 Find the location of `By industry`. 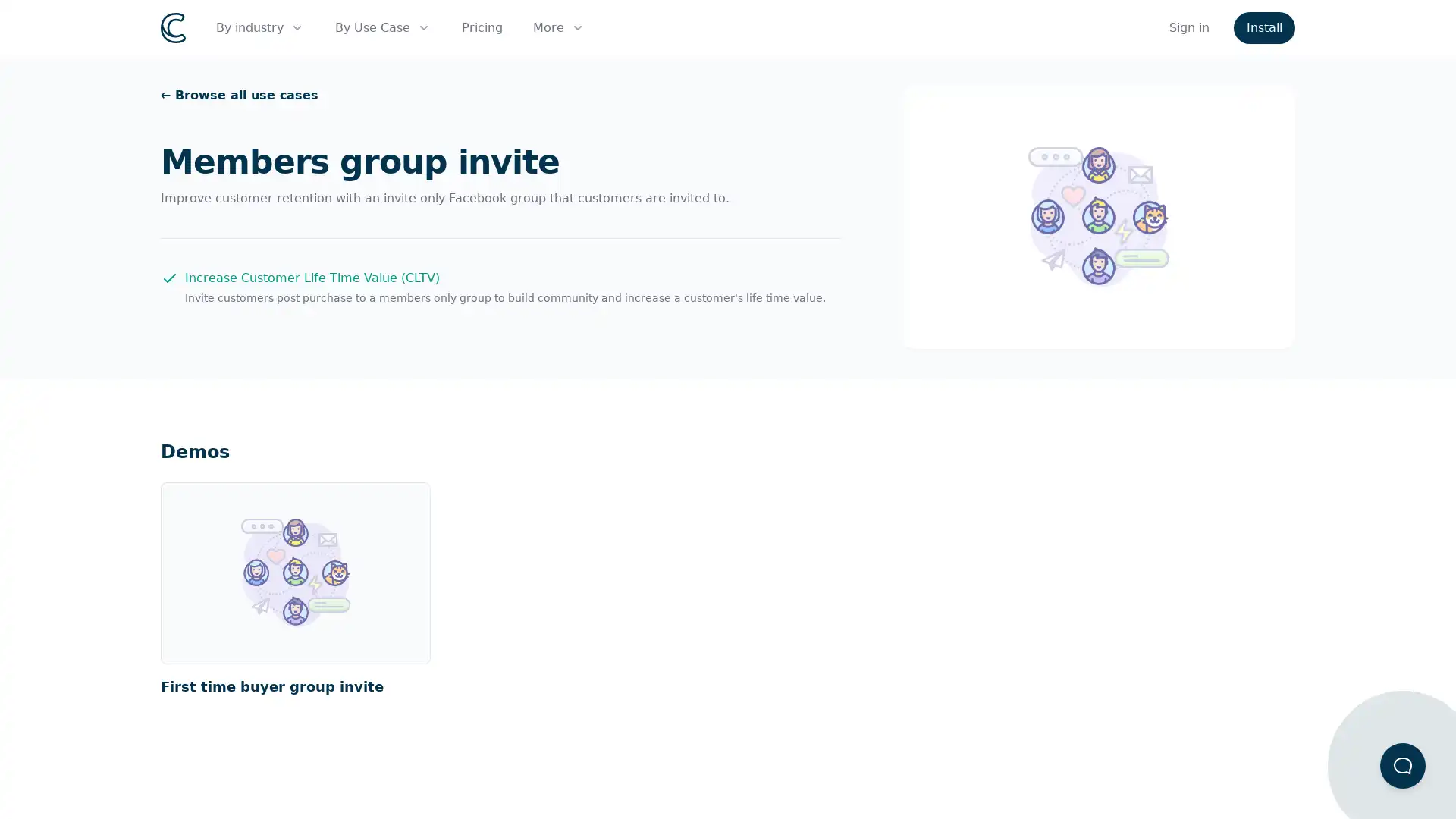

By industry is located at coordinates (260, 28).